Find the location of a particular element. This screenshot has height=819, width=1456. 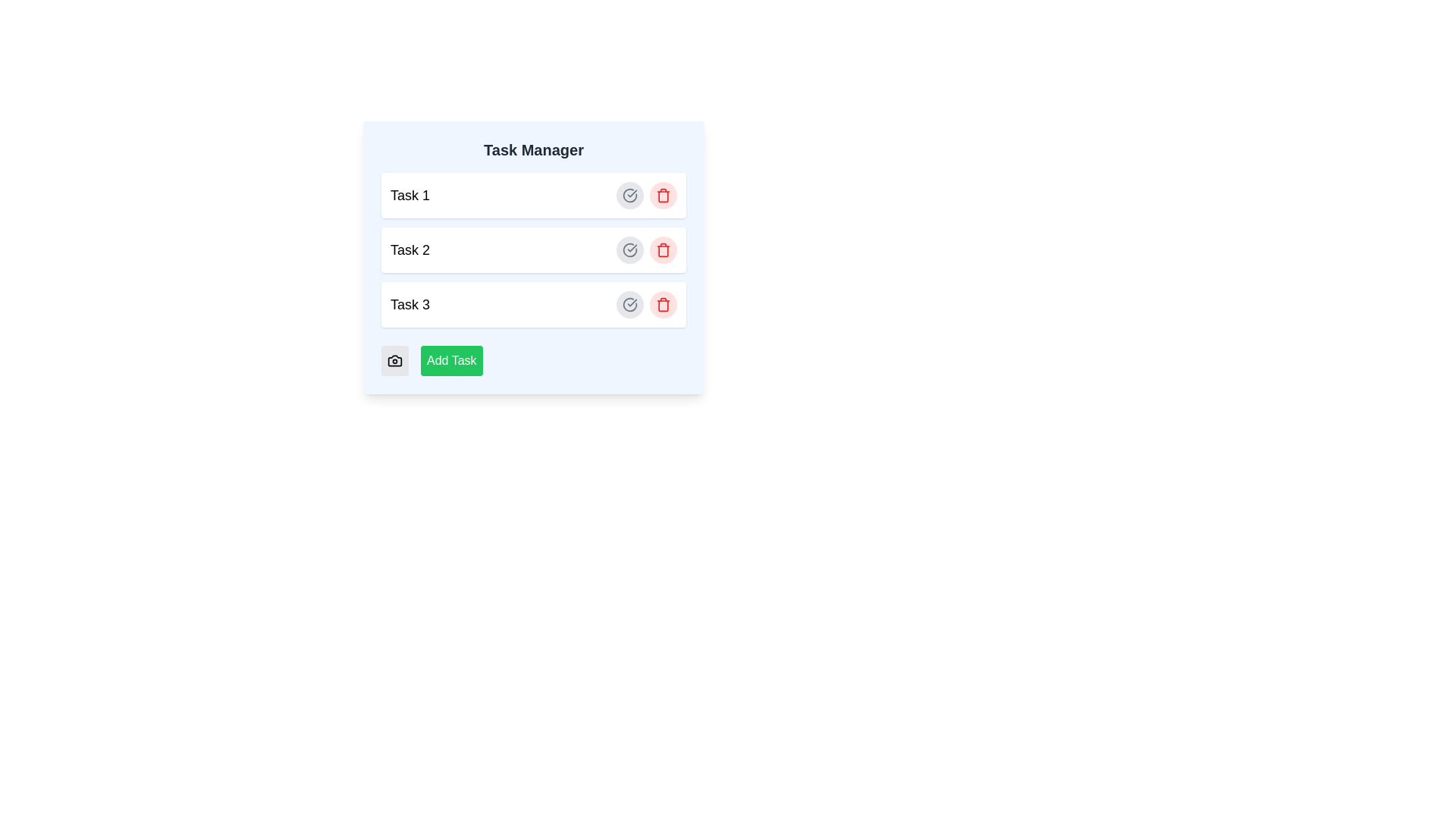

the rectangular button labeled 'Add Task' with a vivid green background is located at coordinates (450, 360).